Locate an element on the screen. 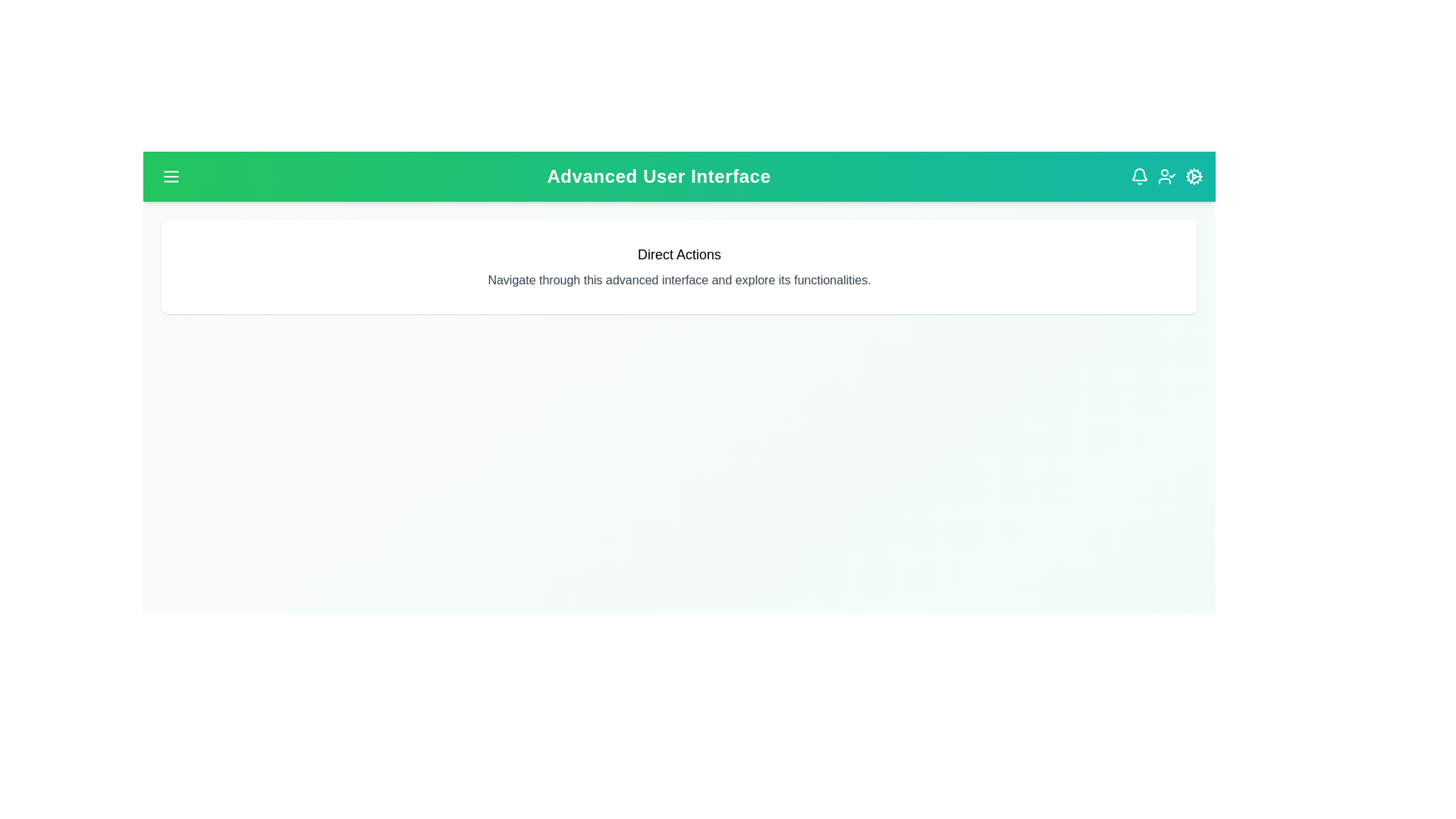  the header text 'Advanced User Interface' is located at coordinates (658, 175).